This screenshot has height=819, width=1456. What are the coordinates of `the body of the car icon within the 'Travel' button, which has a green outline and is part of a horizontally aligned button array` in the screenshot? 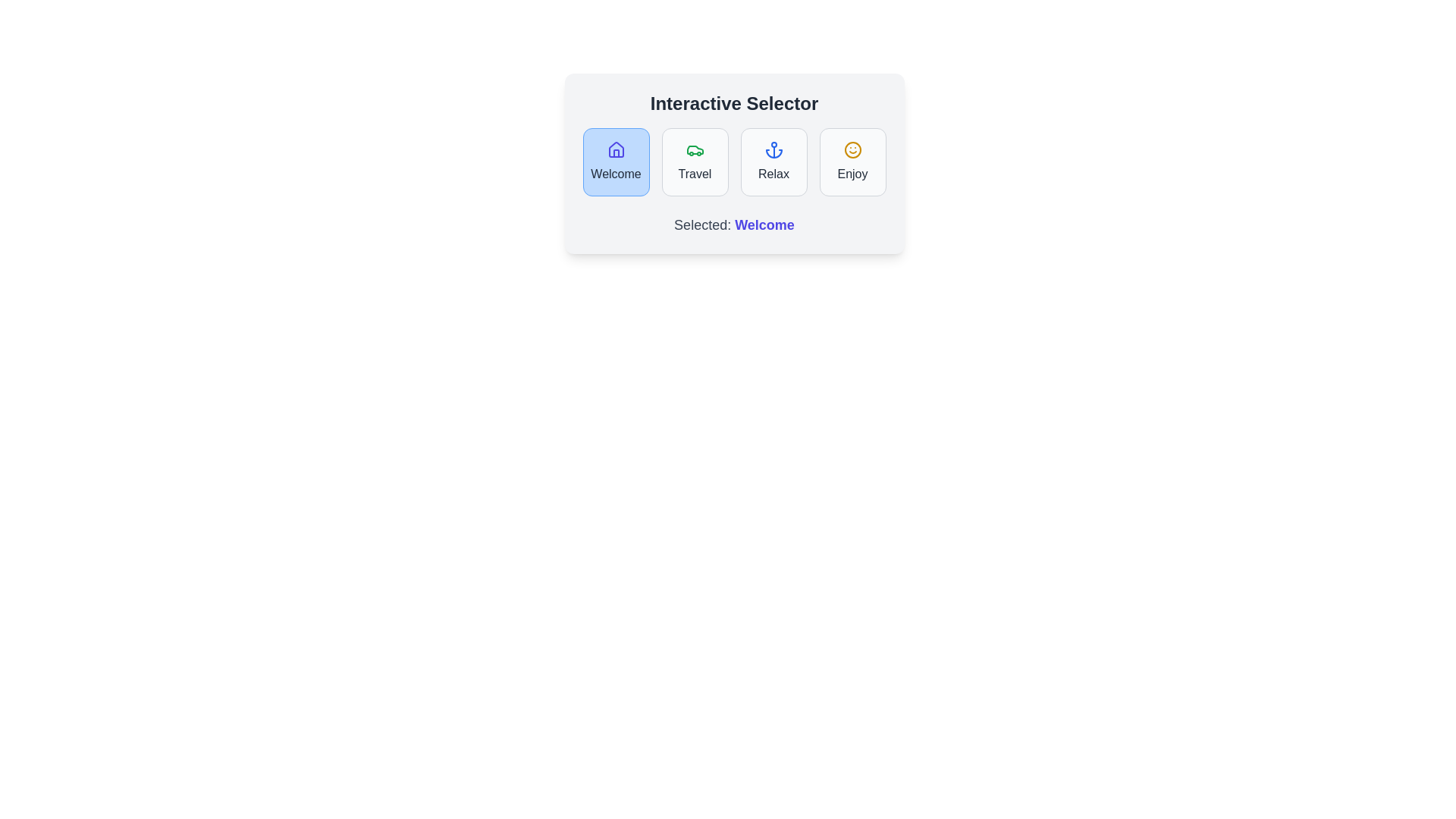 It's located at (694, 149).